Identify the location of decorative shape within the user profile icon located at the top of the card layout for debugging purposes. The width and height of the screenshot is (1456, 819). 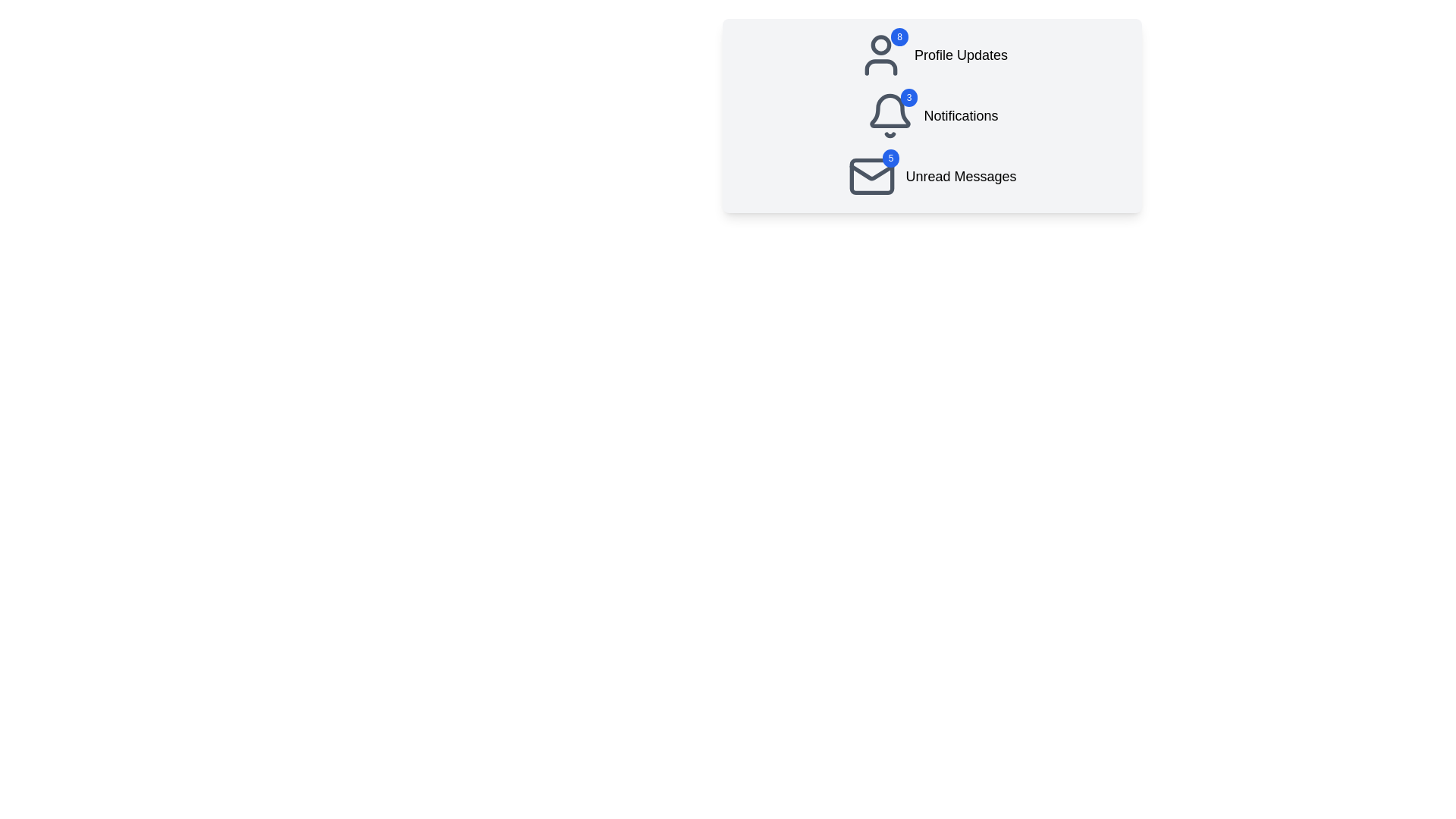
(880, 66).